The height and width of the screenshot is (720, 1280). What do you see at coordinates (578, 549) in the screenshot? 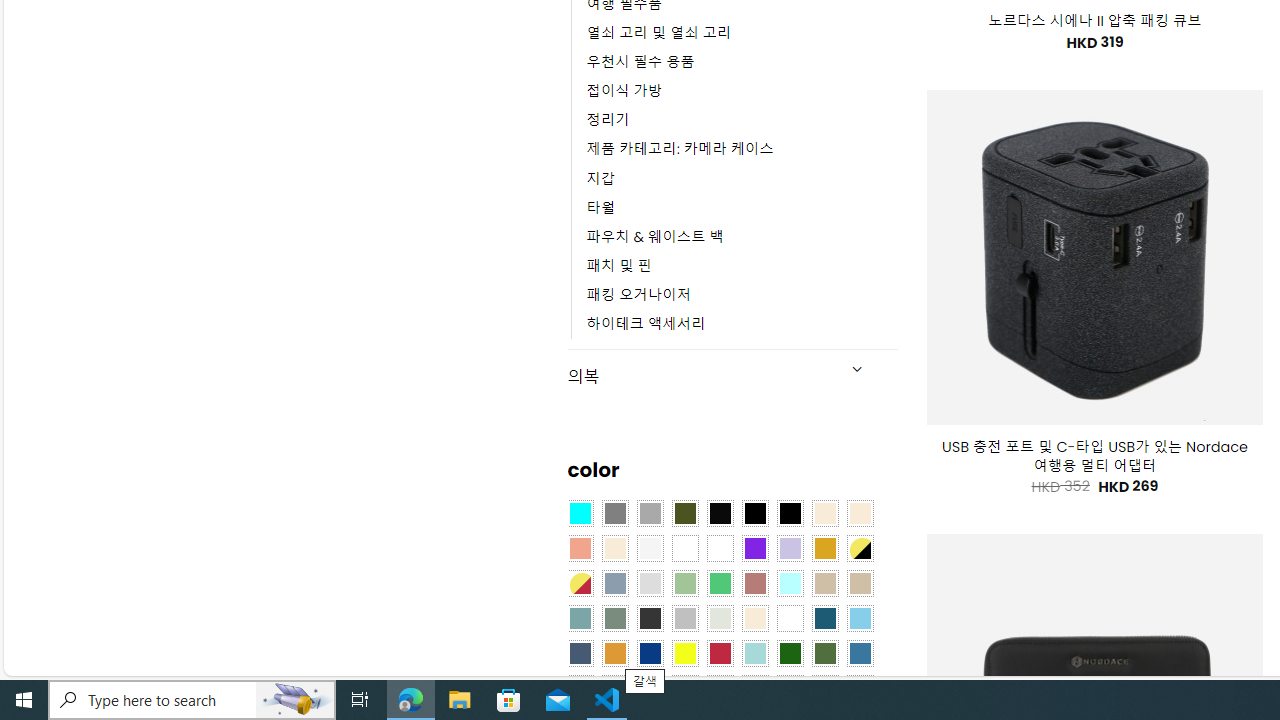
I see `'Coral'` at bounding box center [578, 549].